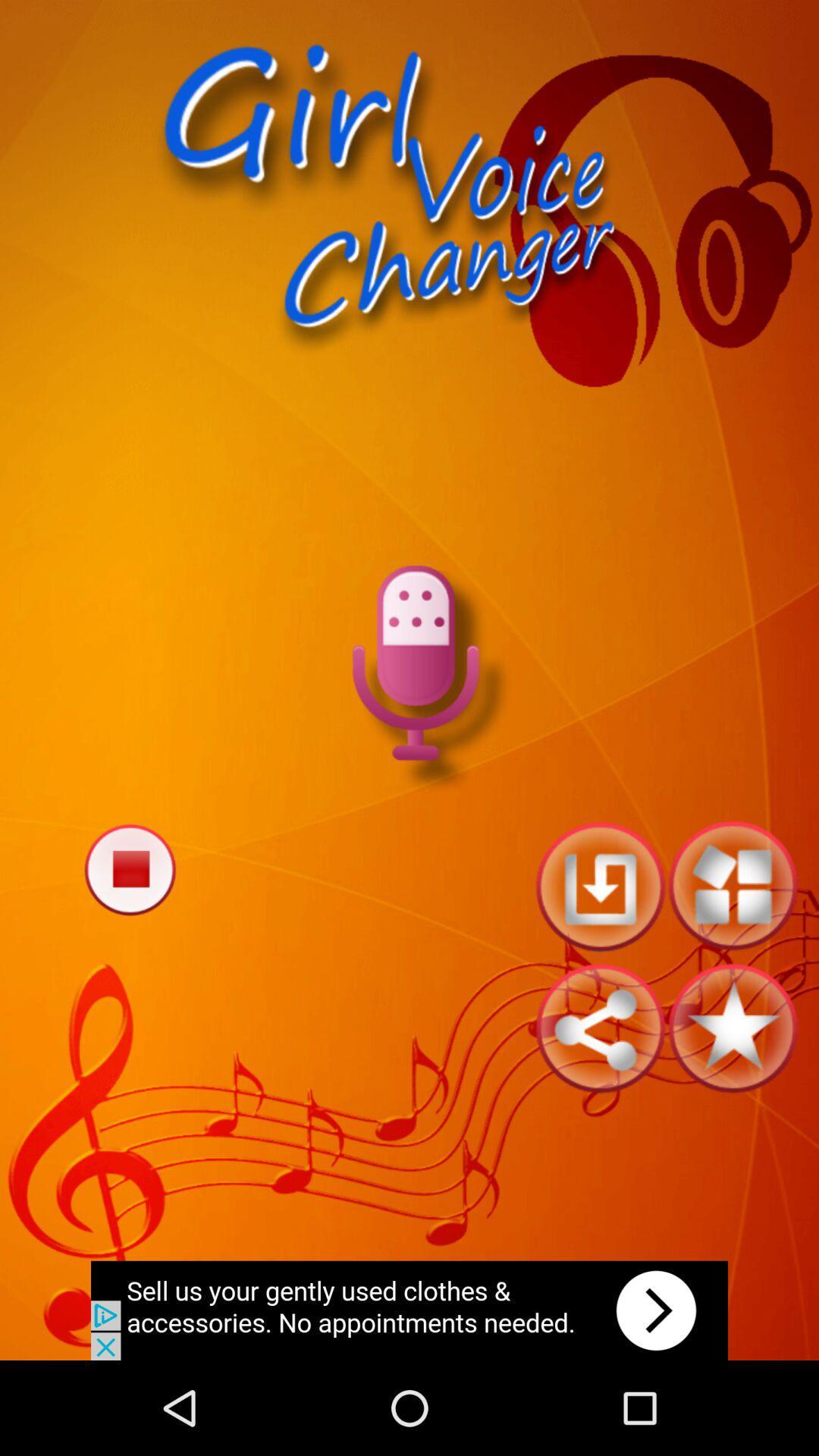 This screenshot has height=1456, width=819. What do you see at coordinates (599, 1028) in the screenshot?
I see `share app` at bounding box center [599, 1028].